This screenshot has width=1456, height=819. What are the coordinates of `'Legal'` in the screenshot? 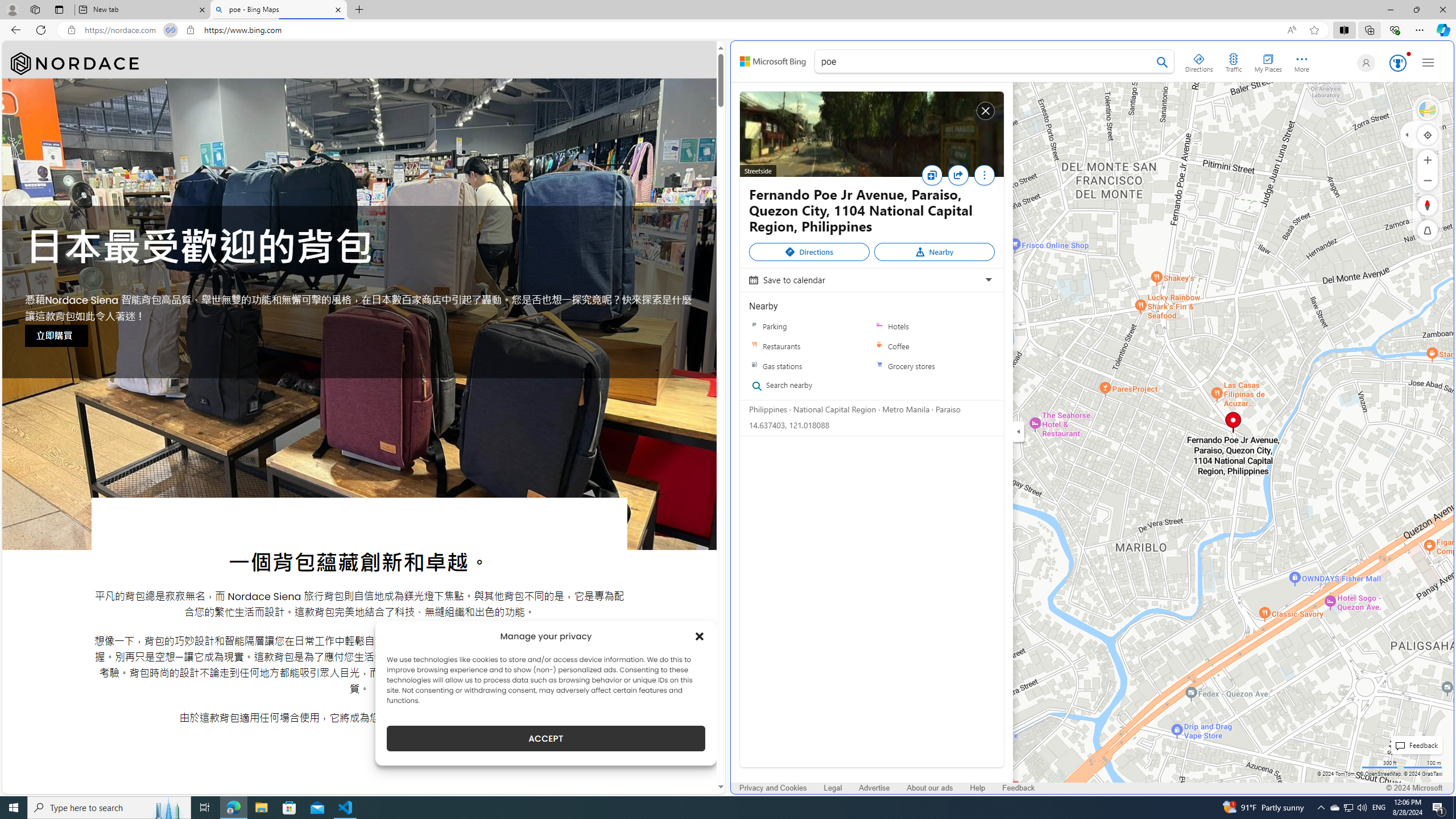 It's located at (833, 788).